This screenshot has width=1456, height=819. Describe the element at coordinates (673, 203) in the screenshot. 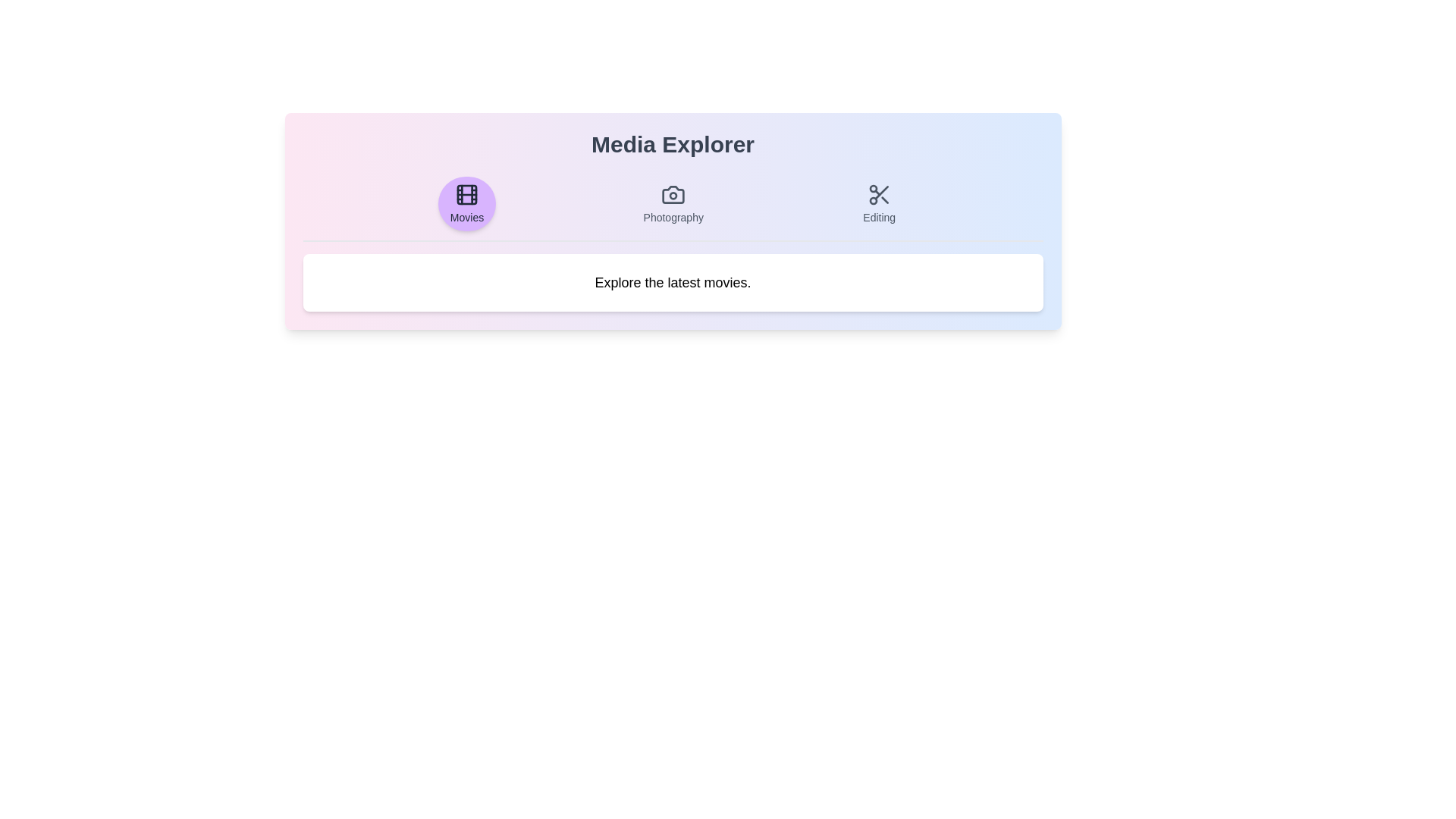

I see `the Photography tab in the AdvancedMediaTabs component` at that location.